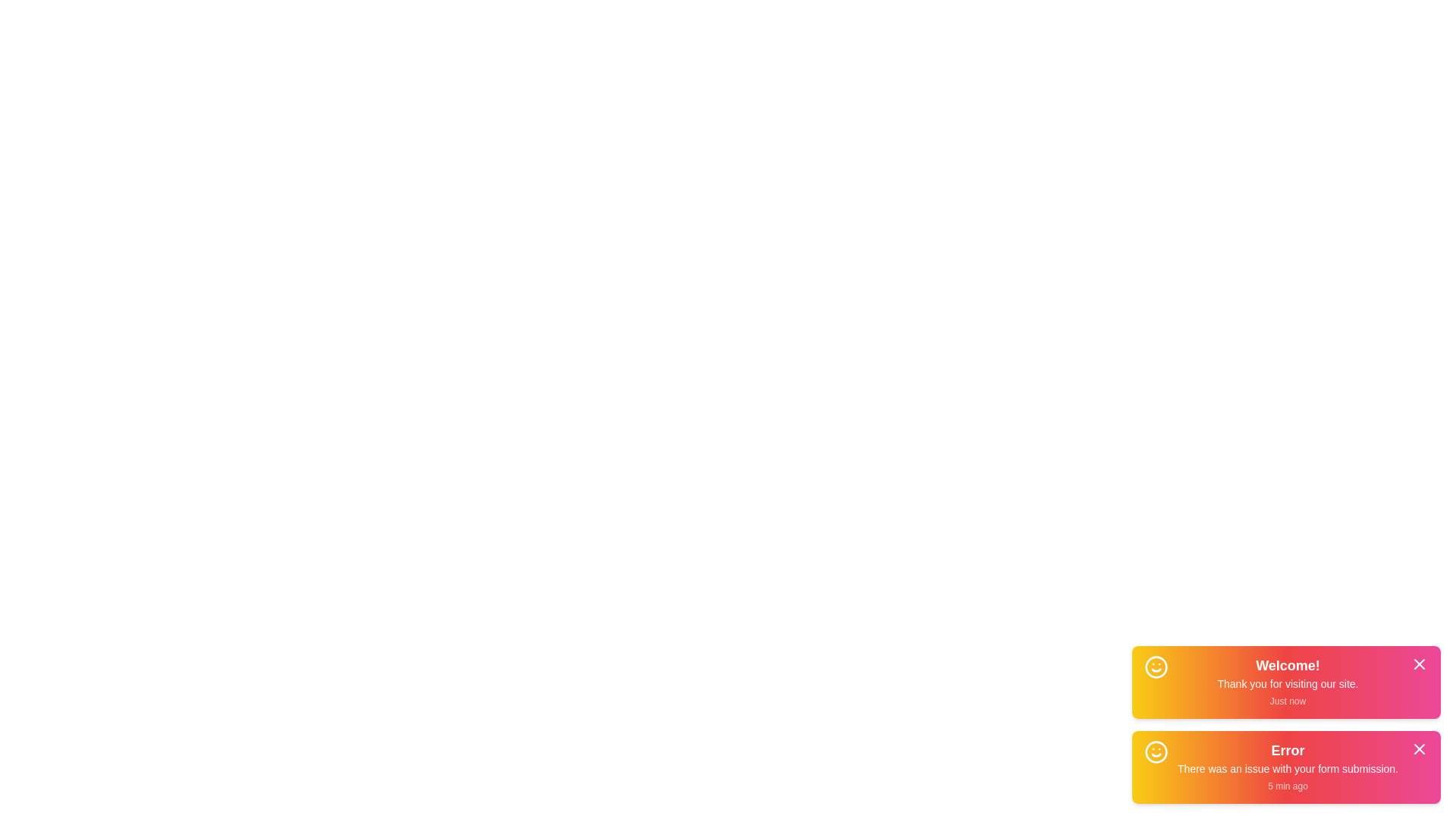  I want to click on the smile icon in the first message, so click(1156, 666).